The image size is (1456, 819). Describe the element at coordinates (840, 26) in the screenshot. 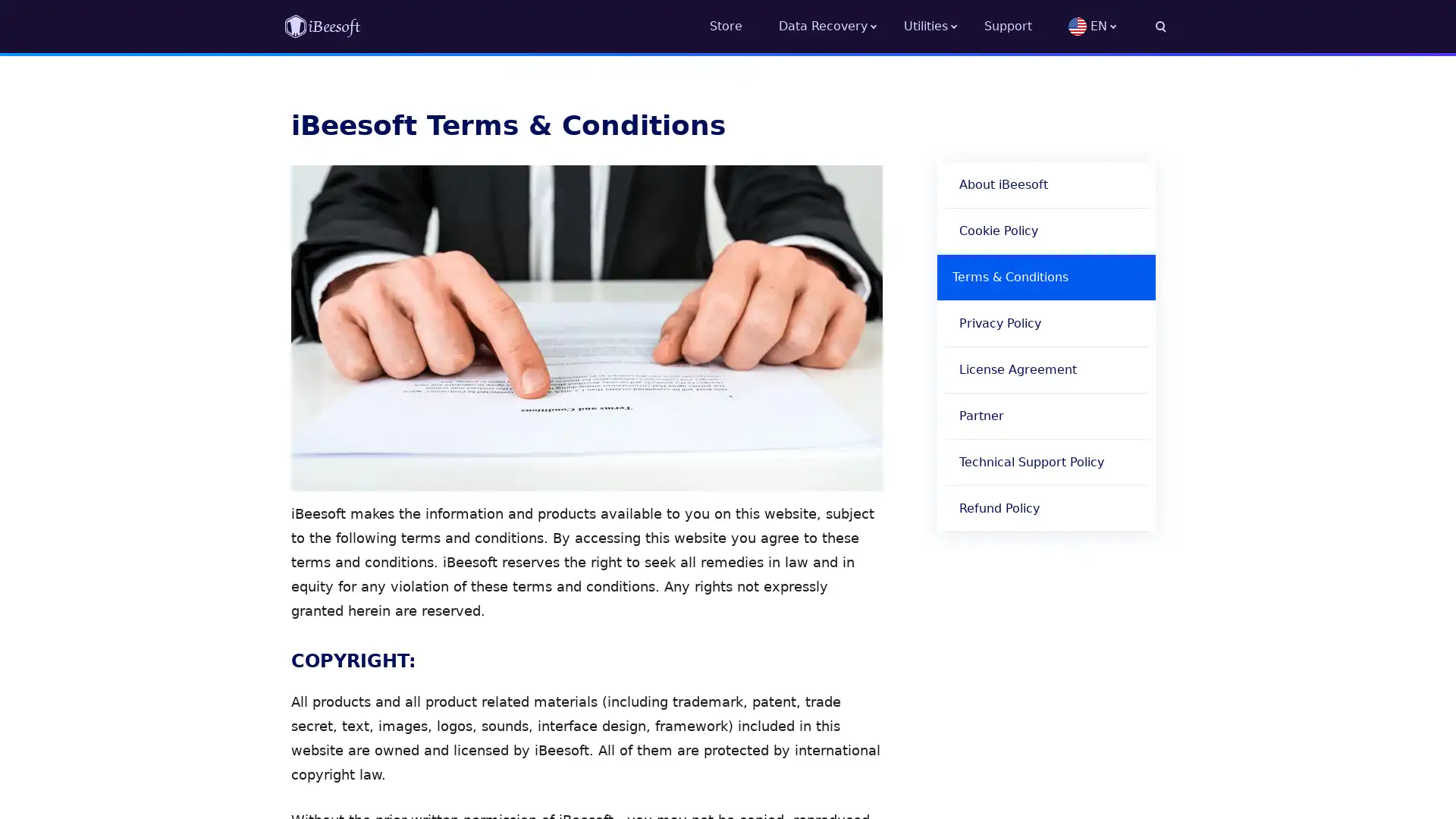

I see `products` at that location.